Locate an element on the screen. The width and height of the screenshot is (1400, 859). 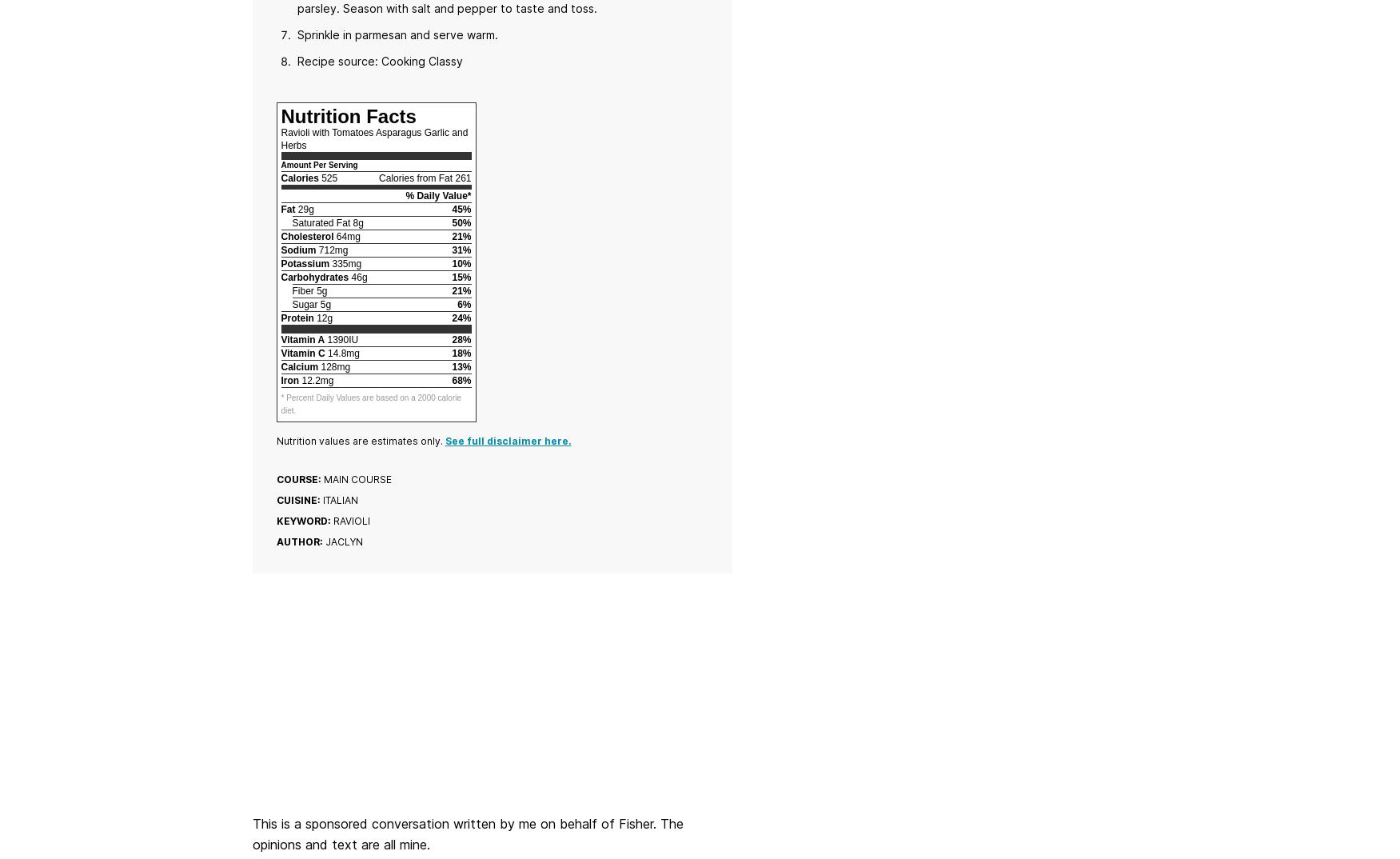
'This is a sponsored conversation written by me on behalf of Fisher. The opinions and text are all mine.' is located at coordinates (467, 833).